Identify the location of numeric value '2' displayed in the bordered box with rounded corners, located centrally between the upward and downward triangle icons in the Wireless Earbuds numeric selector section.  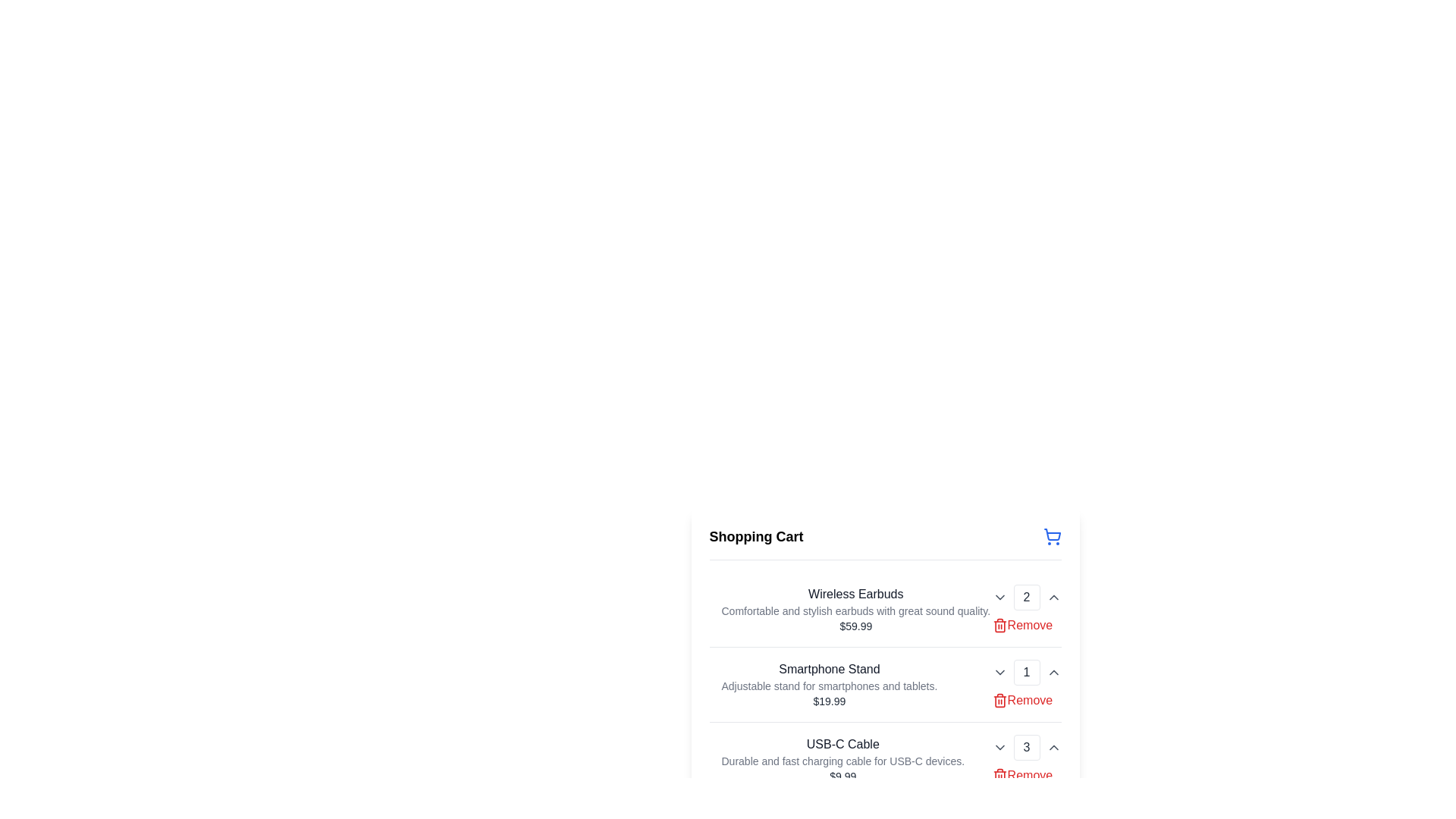
(1026, 596).